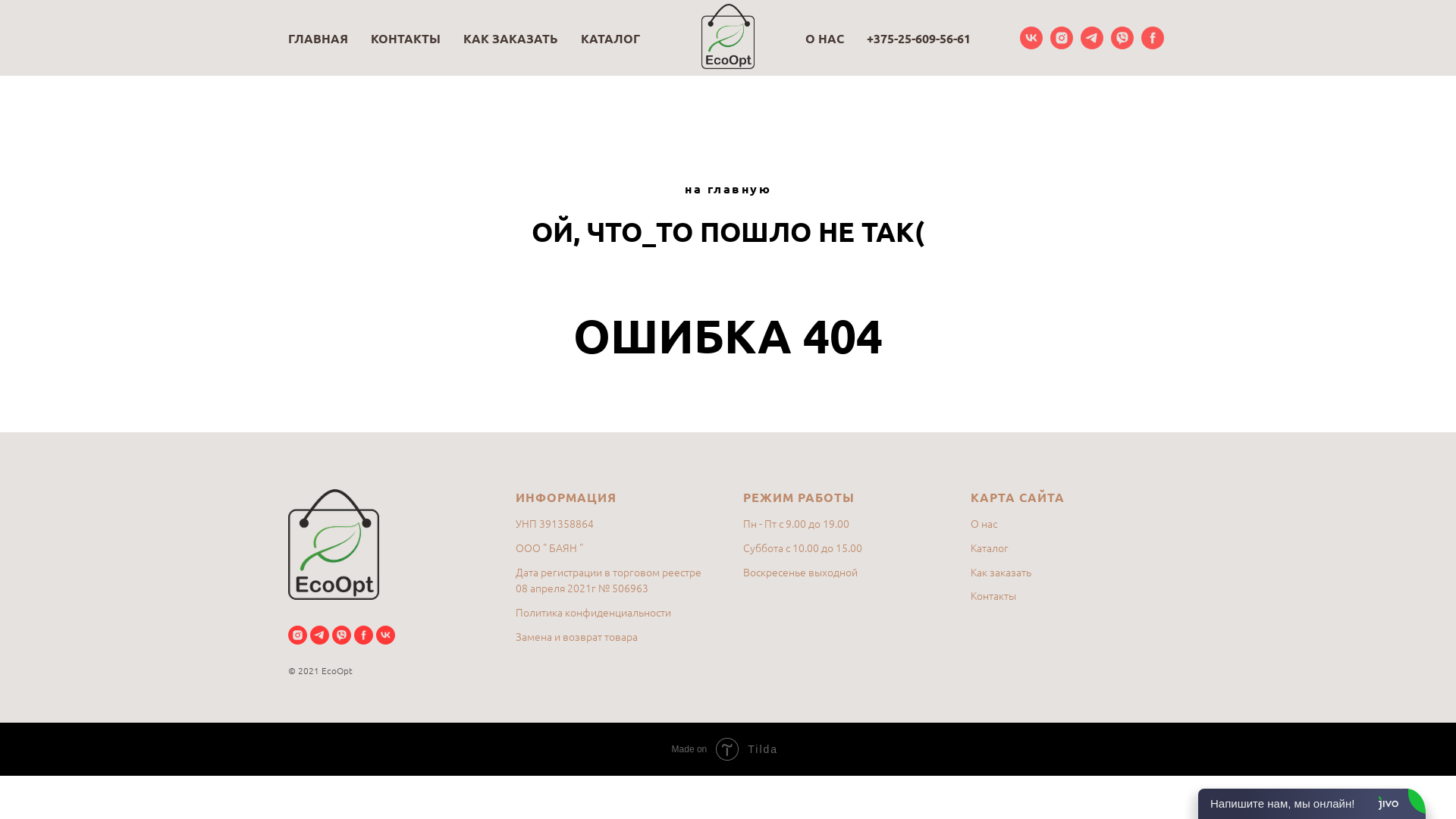  I want to click on '+375-25-609-56-61', so click(918, 37).